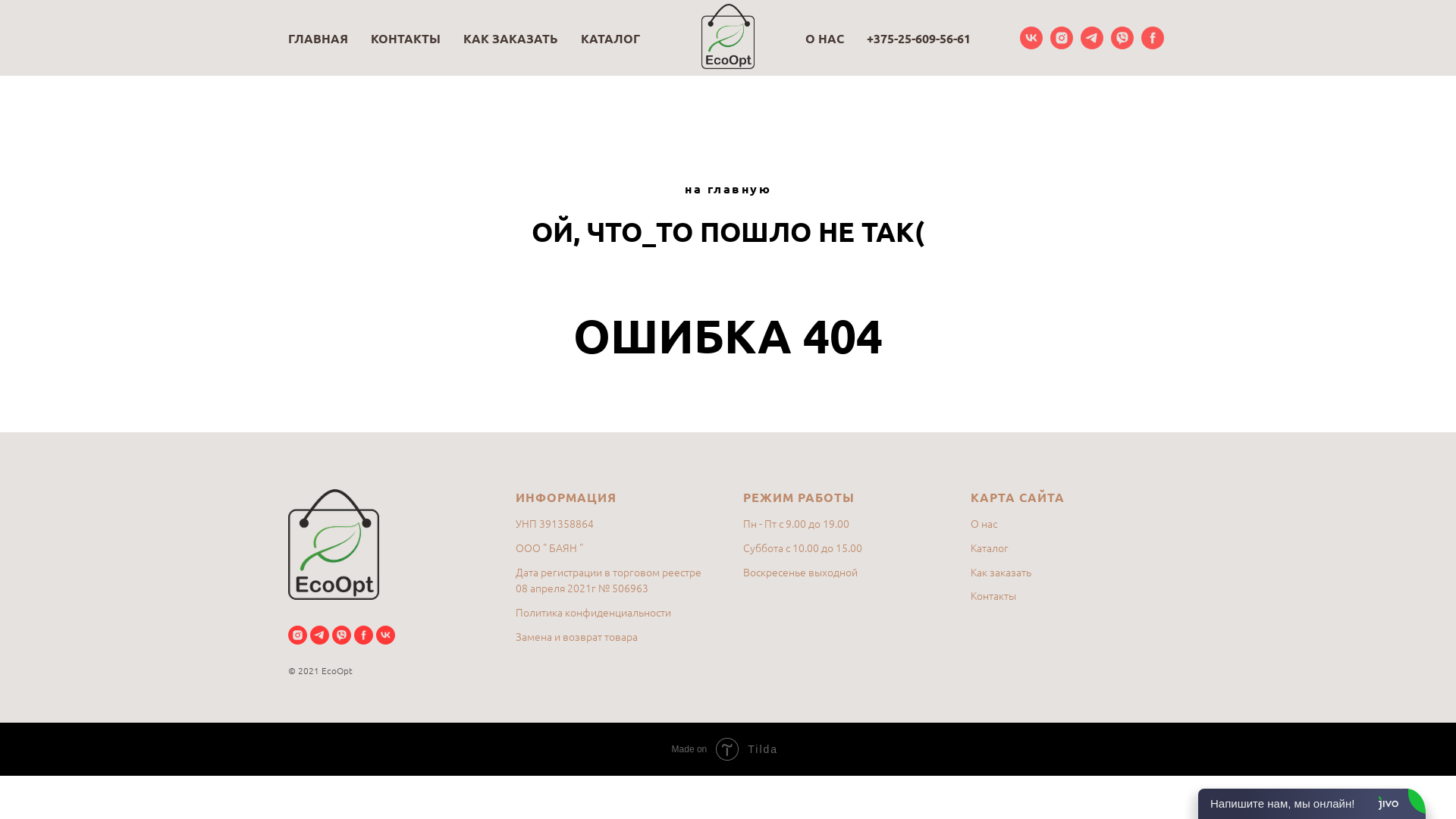  I want to click on '+375-25-609-56-61', so click(918, 37).